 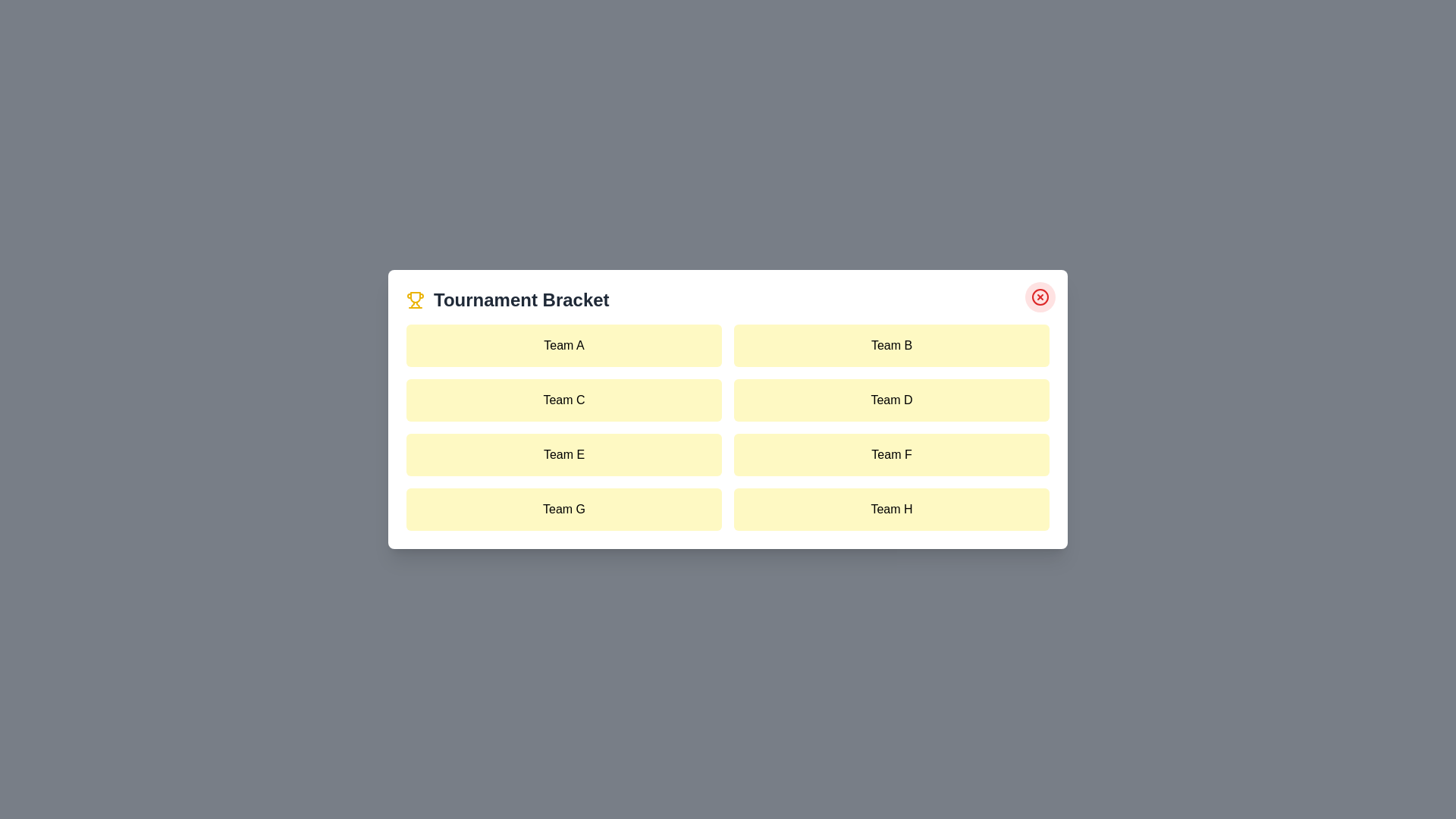 What do you see at coordinates (563, 454) in the screenshot?
I see `the team item labeled Team E` at bounding box center [563, 454].